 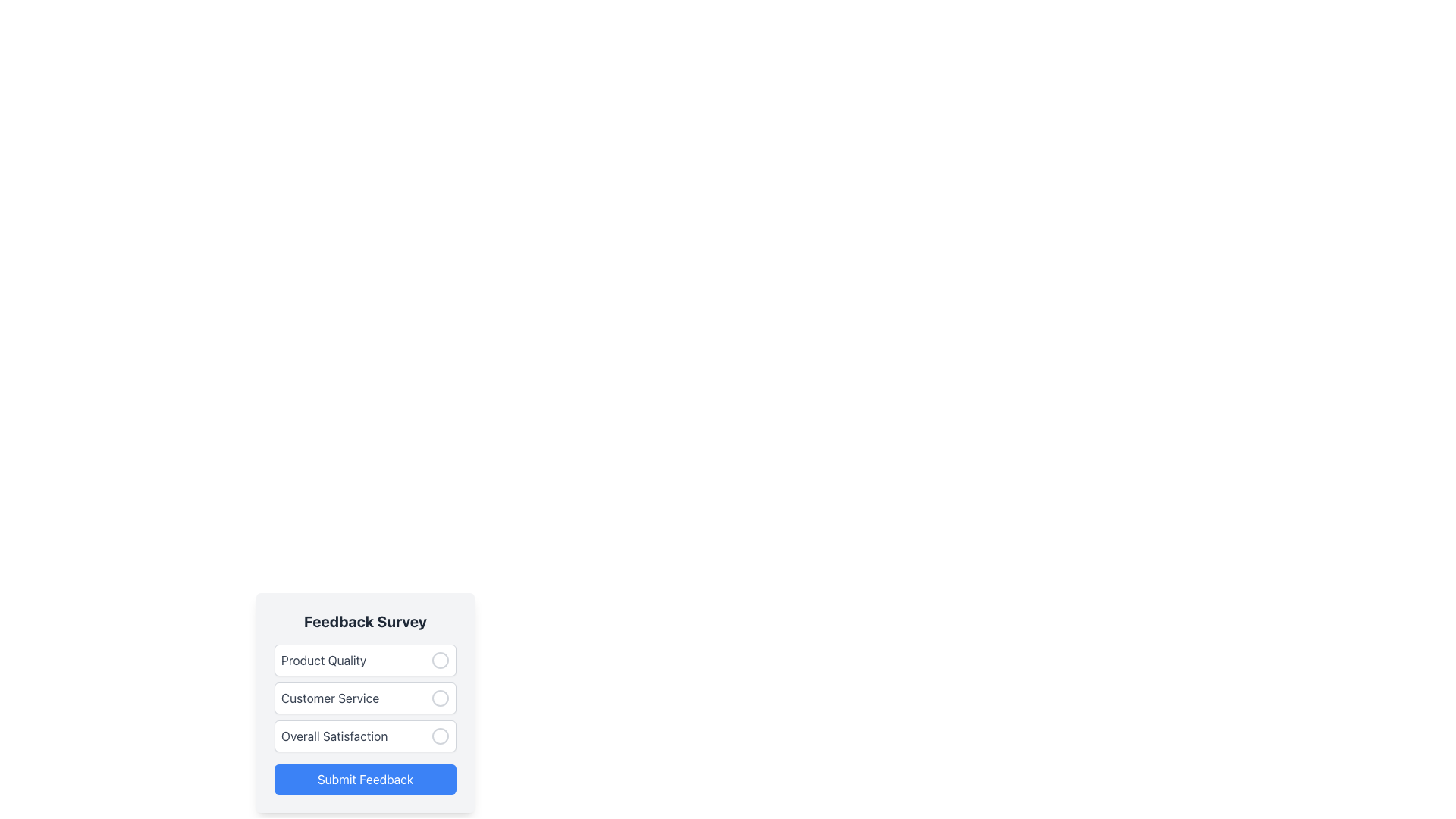 I want to click on the text label indicating the purpose of the third selectable option in the feedback survey, which follows the labels 'Product Quality' and 'Customer Service', so click(x=334, y=736).